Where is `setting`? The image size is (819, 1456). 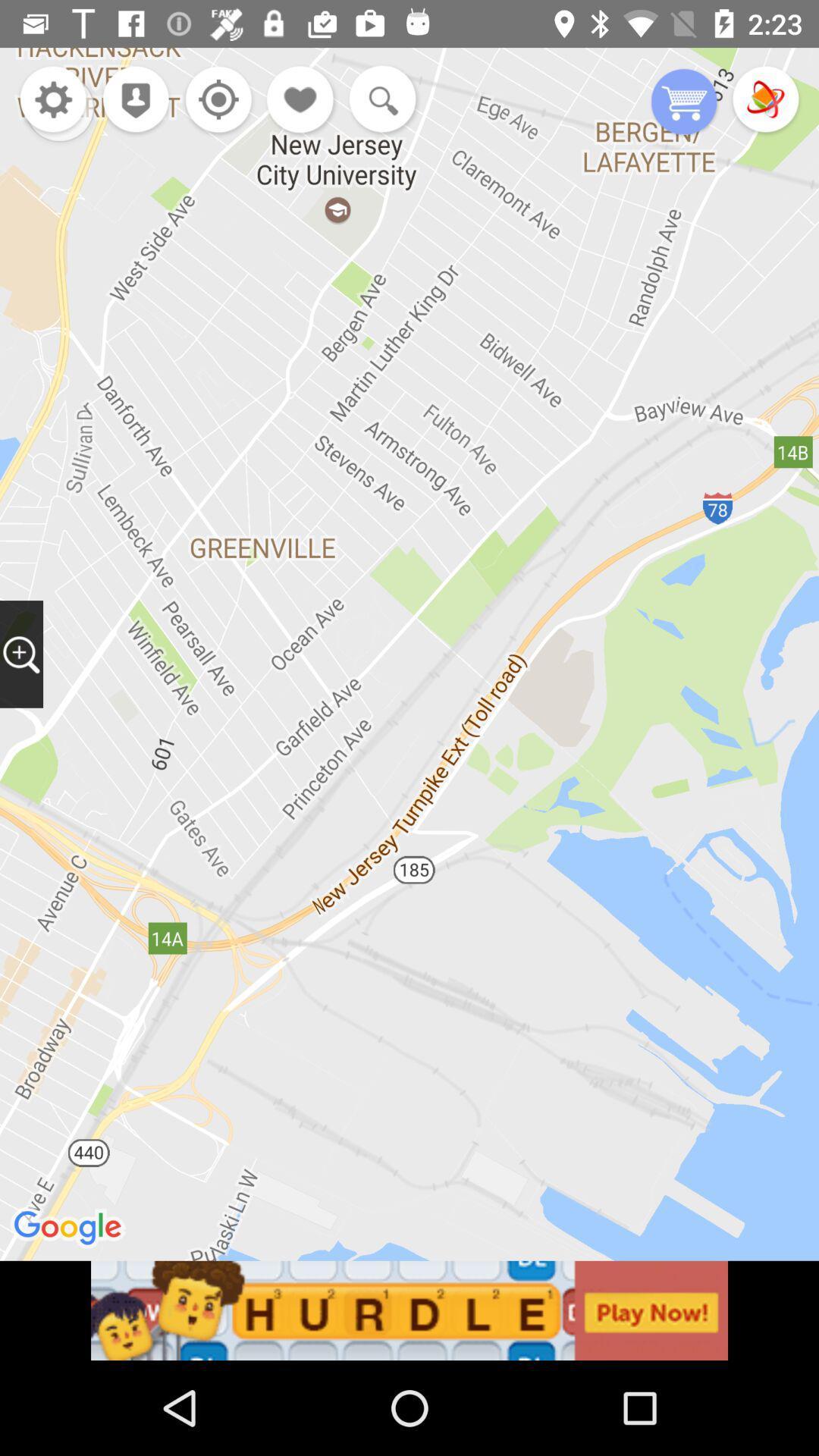 setting is located at coordinates (215, 100).